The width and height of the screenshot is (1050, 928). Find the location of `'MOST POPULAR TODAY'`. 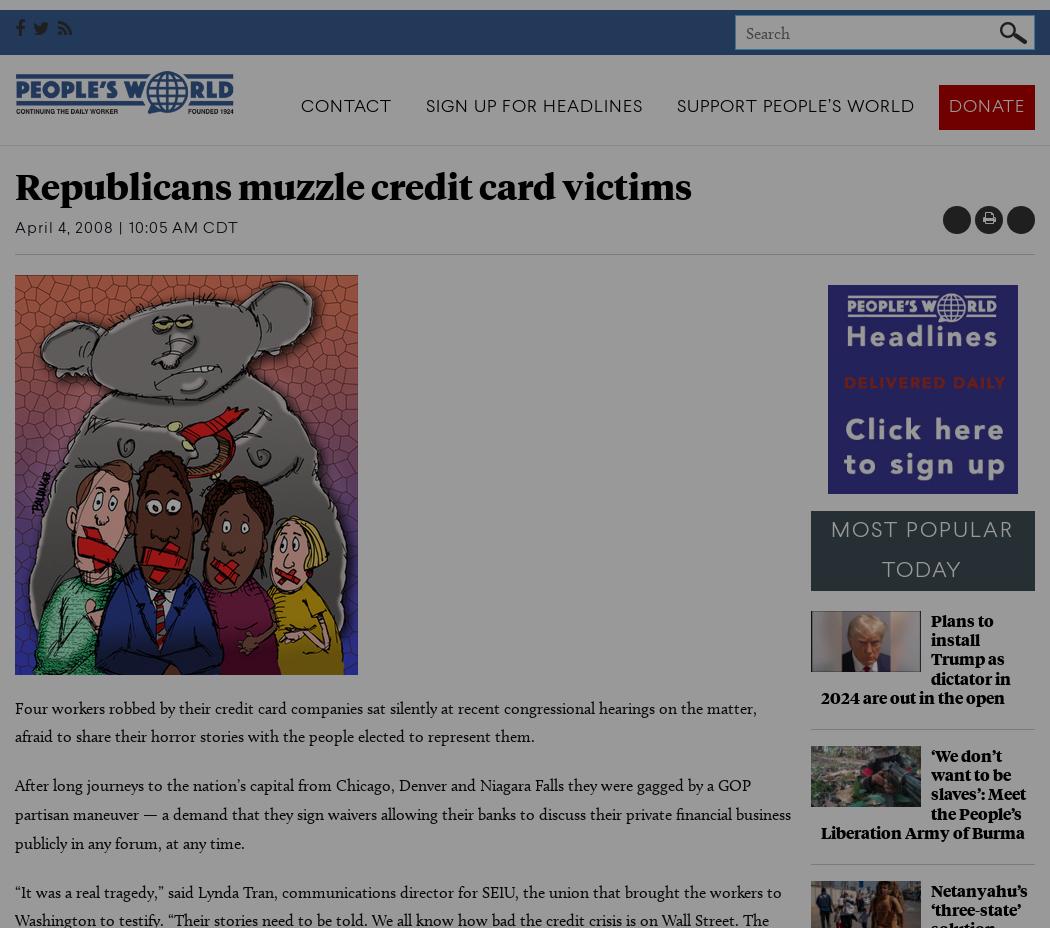

'MOST POPULAR TODAY' is located at coordinates (922, 550).